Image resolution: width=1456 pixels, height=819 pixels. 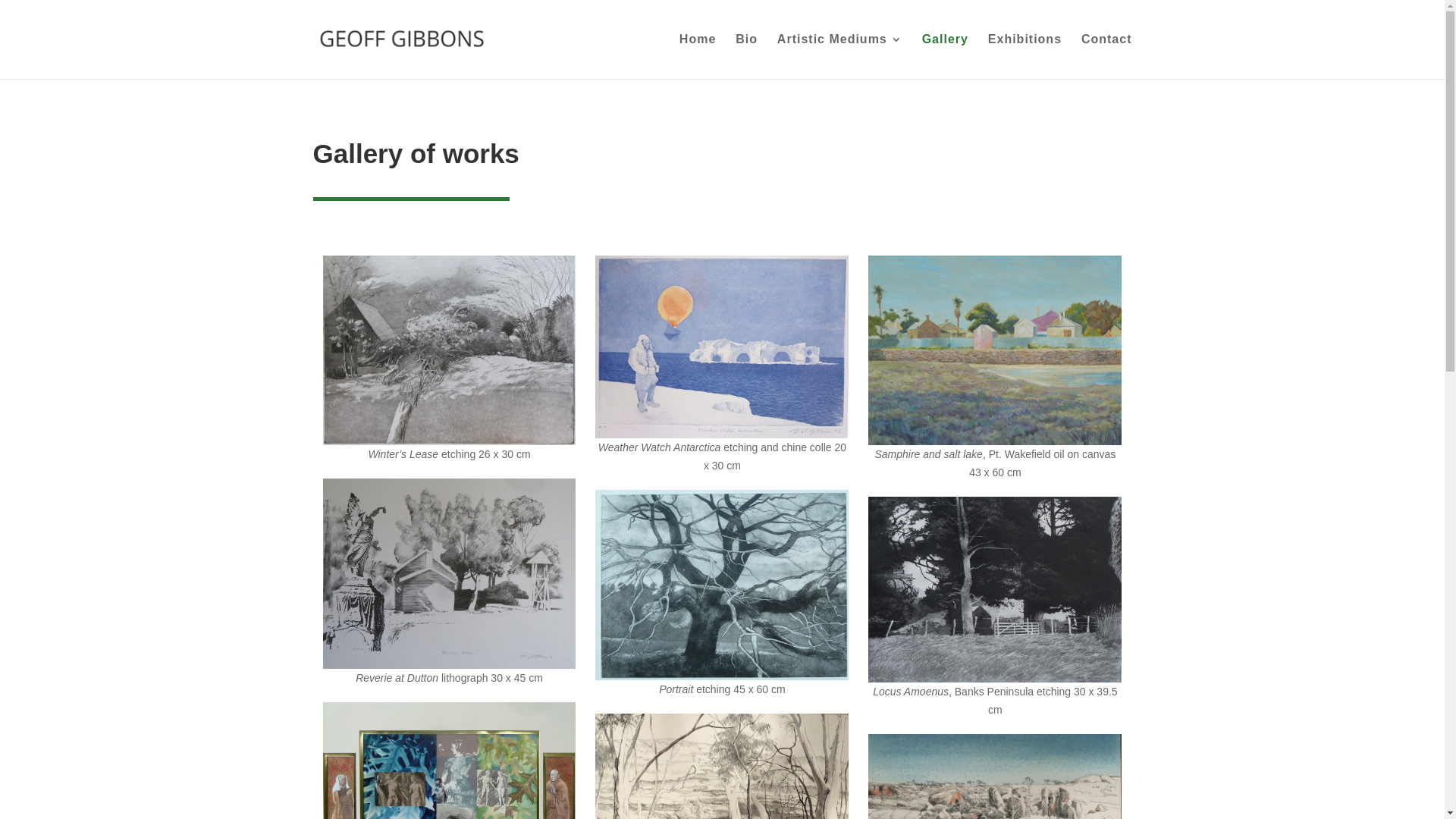 What do you see at coordinates (746, 55) in the screenshot?
I see `'Bio'` at bounding box center [746, 55].